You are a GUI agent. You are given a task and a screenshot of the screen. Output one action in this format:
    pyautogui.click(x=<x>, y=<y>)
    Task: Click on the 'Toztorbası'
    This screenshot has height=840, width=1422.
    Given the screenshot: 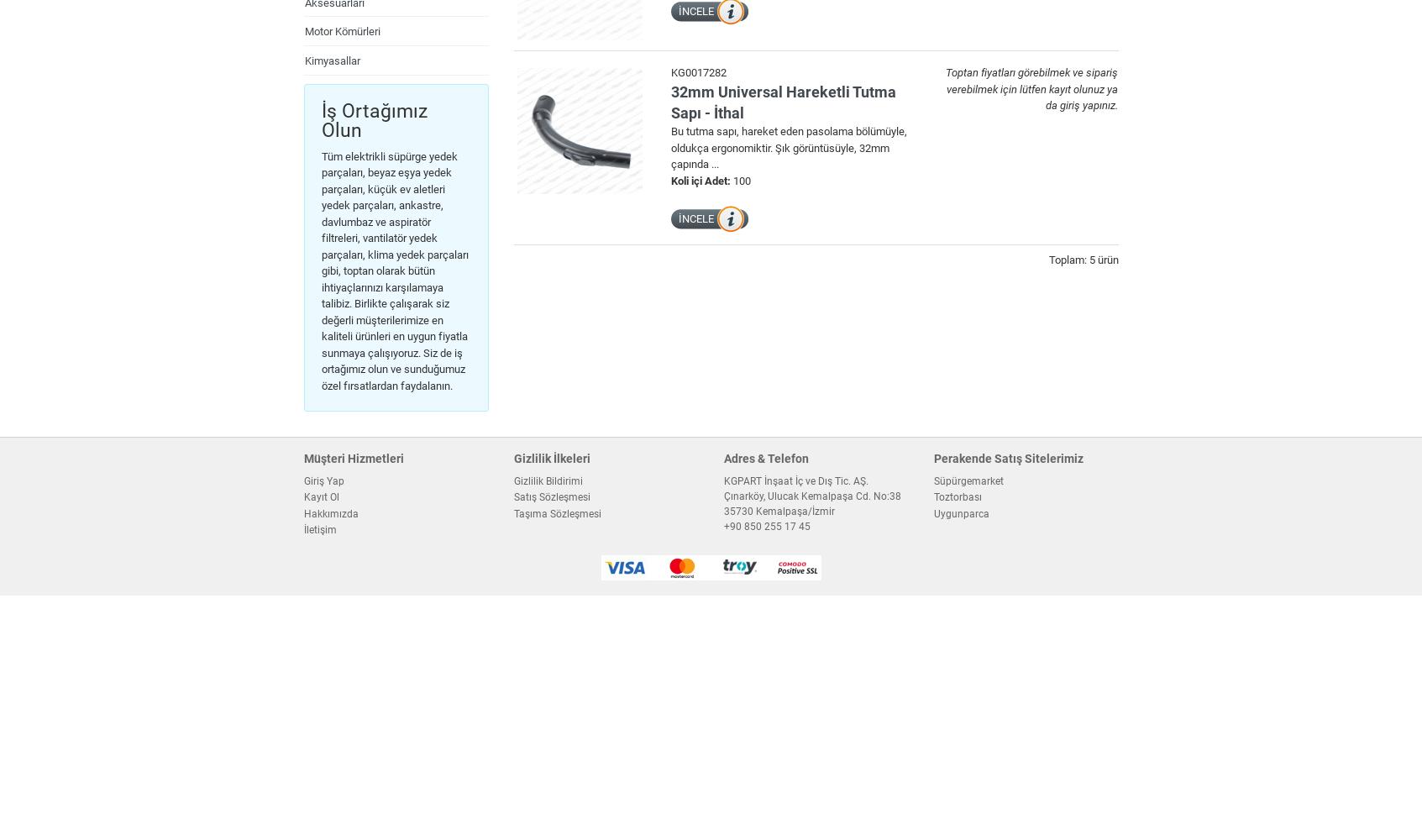 What is the action you would take?
    pyautogui.click(x=932, y=496)
    